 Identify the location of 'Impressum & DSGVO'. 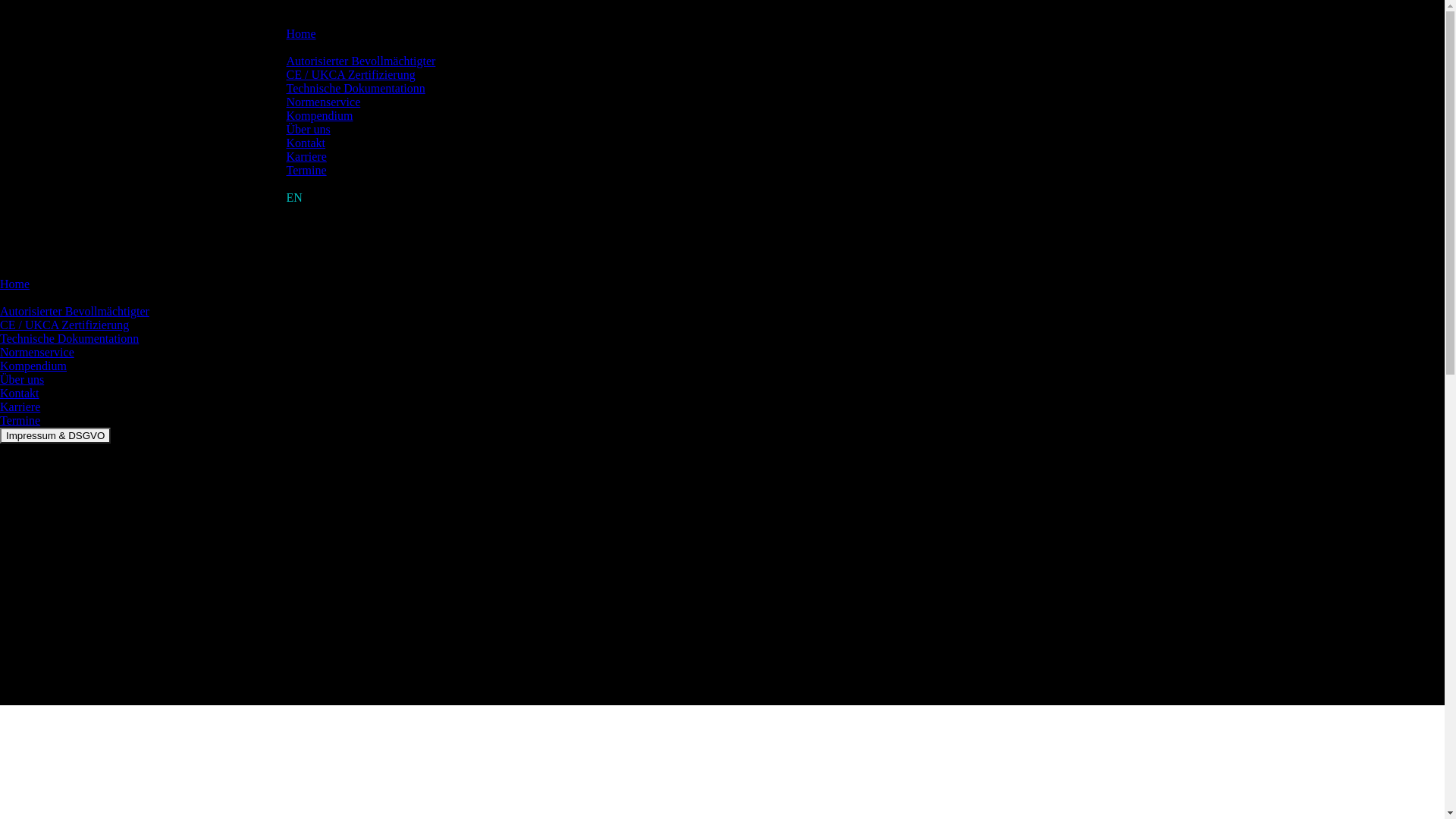
(55, 435).